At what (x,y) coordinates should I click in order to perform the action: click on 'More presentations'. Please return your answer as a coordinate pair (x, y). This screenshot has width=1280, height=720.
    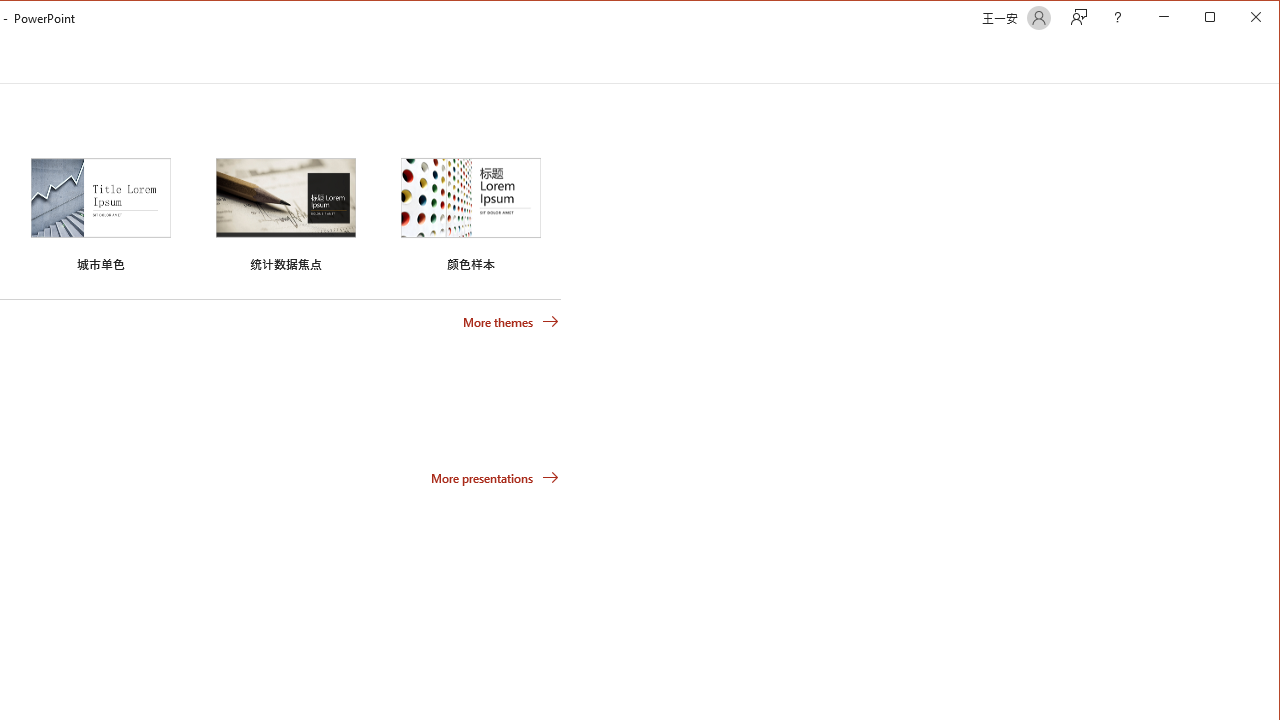
    Looking at the image, I should click on (494, 478).